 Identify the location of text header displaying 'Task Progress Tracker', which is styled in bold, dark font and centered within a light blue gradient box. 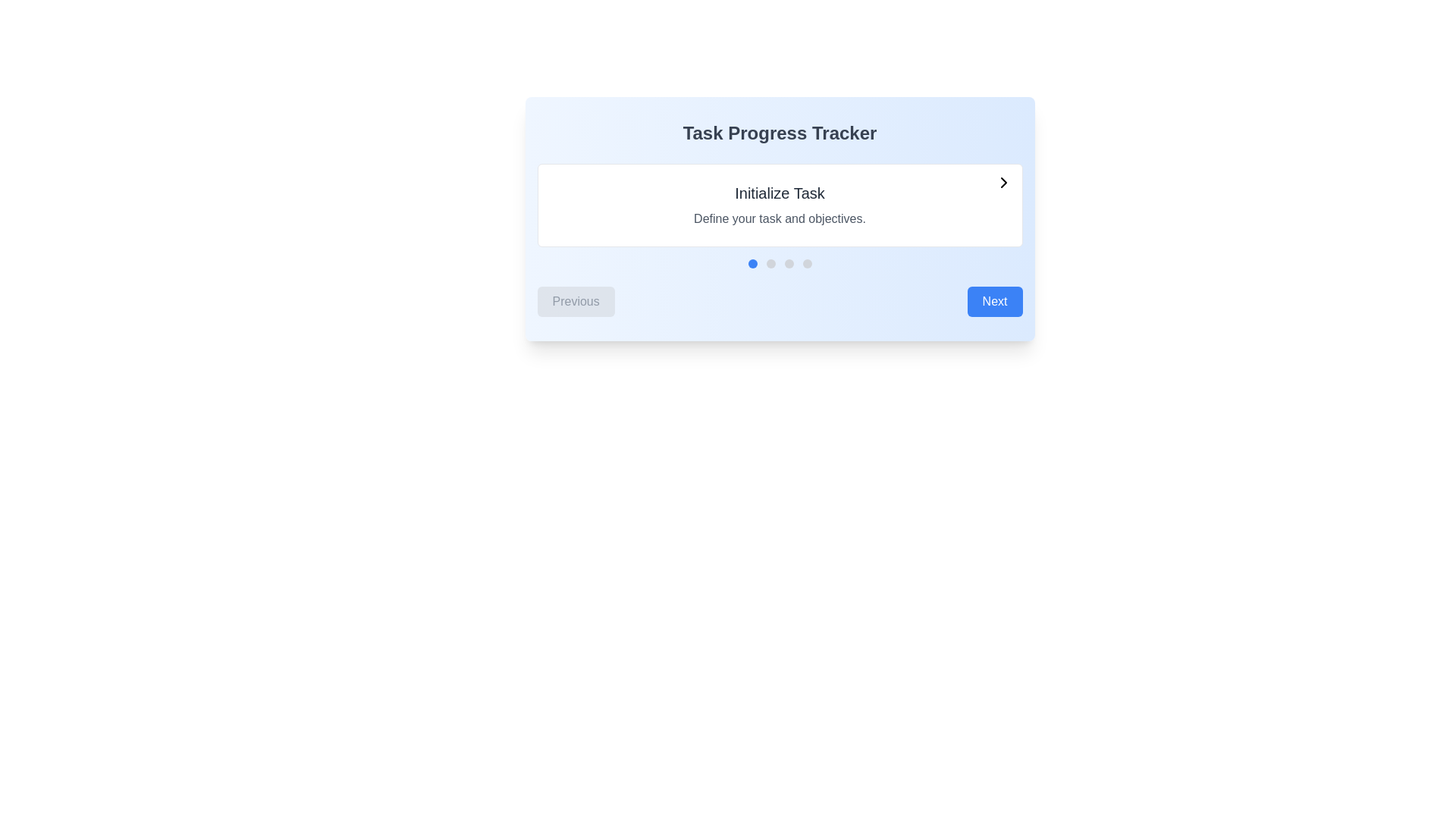
(780, 133).